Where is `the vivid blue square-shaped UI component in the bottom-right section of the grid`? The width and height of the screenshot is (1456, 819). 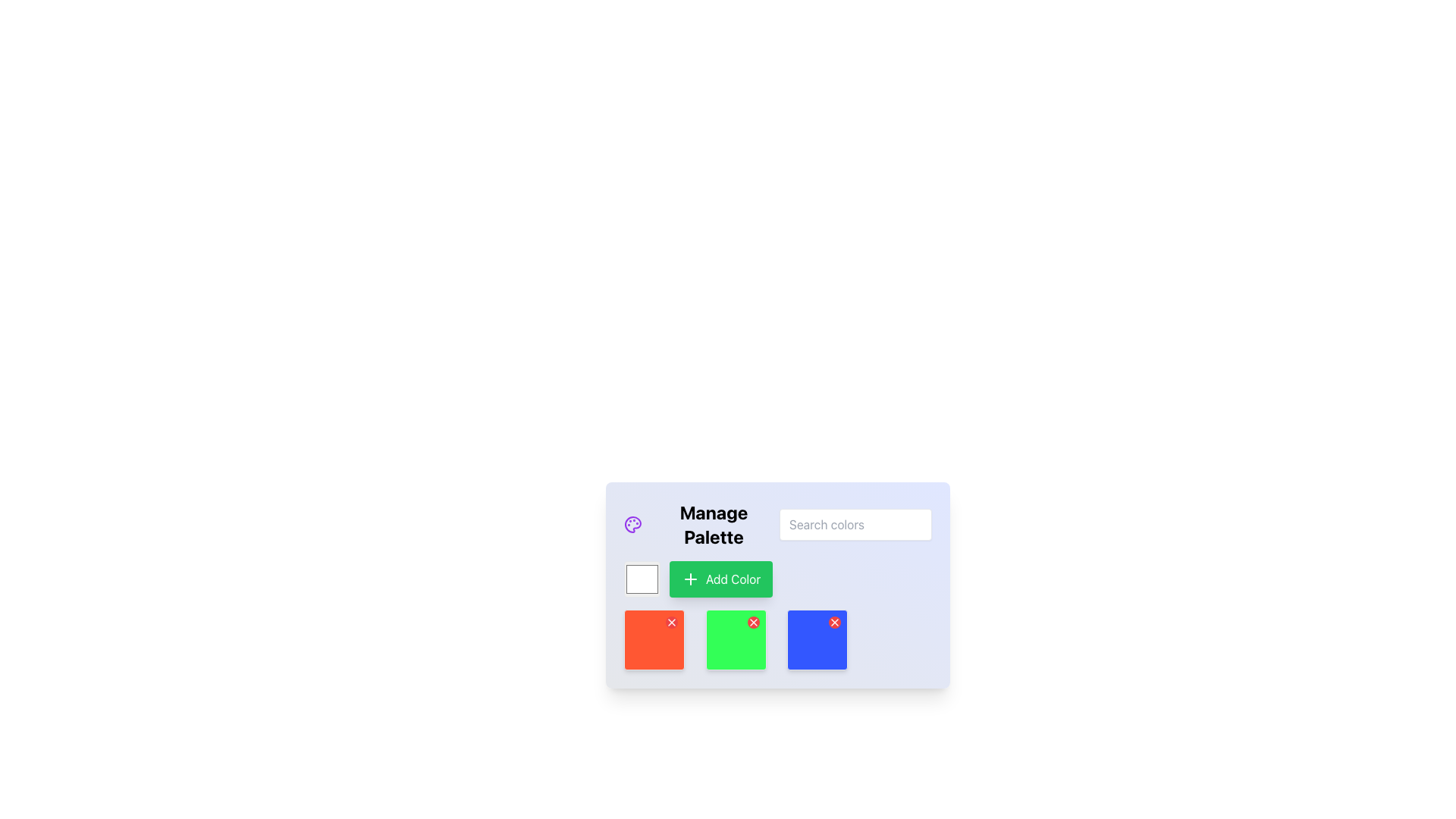
the vivid blue square-shaped UI component in the bottom-right section of the grid is located at coordinates (817, 640).